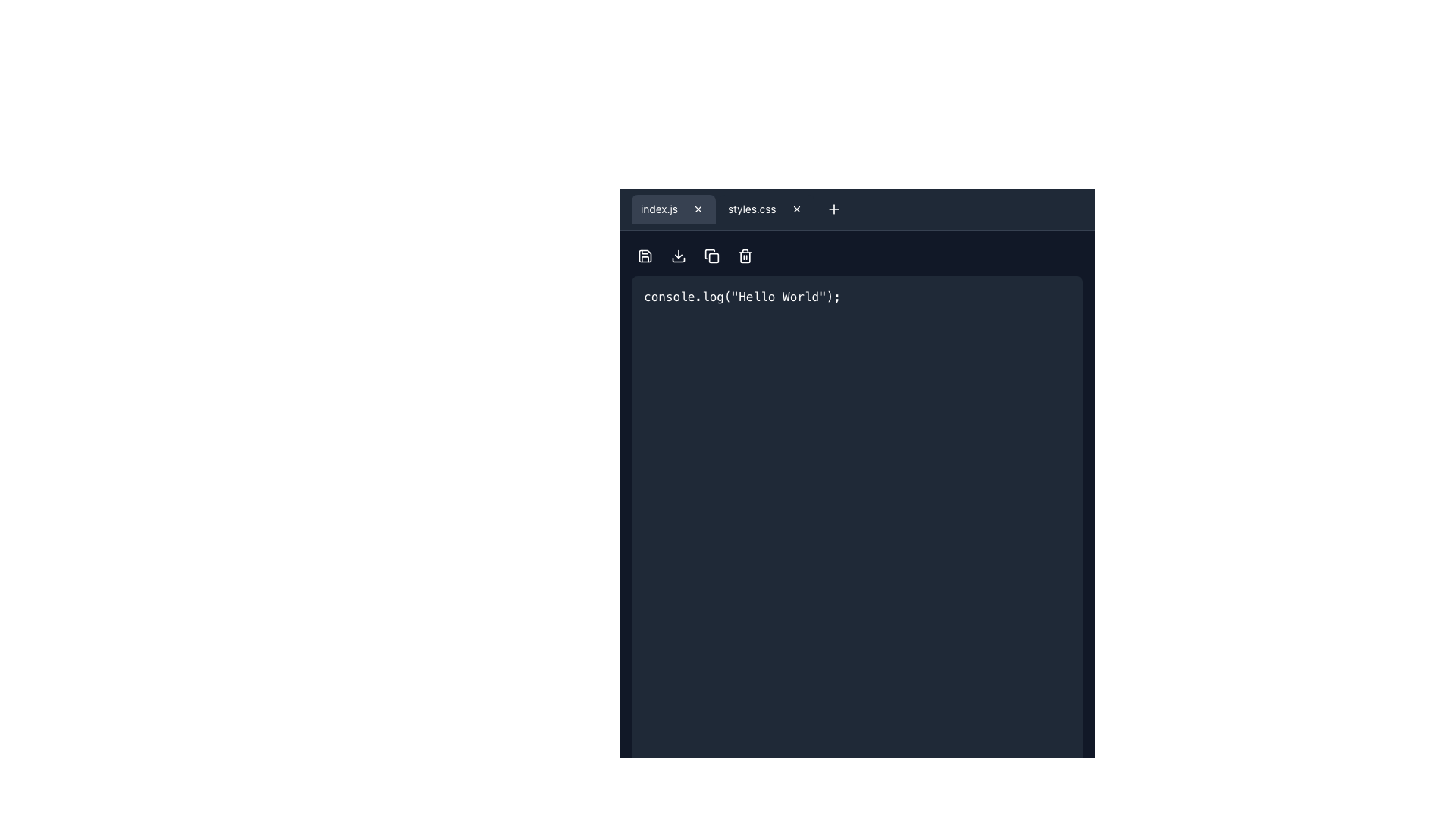 The width and height of the screenshot is (1456, 819). Describe the element at coordinates (698, 209) in the screenshot. I see `the small 'X' icon button, which is outlined in white and designed for closing actions, located between the 'index.js' and 'styles.css' tabs in the tab bar` at that location.